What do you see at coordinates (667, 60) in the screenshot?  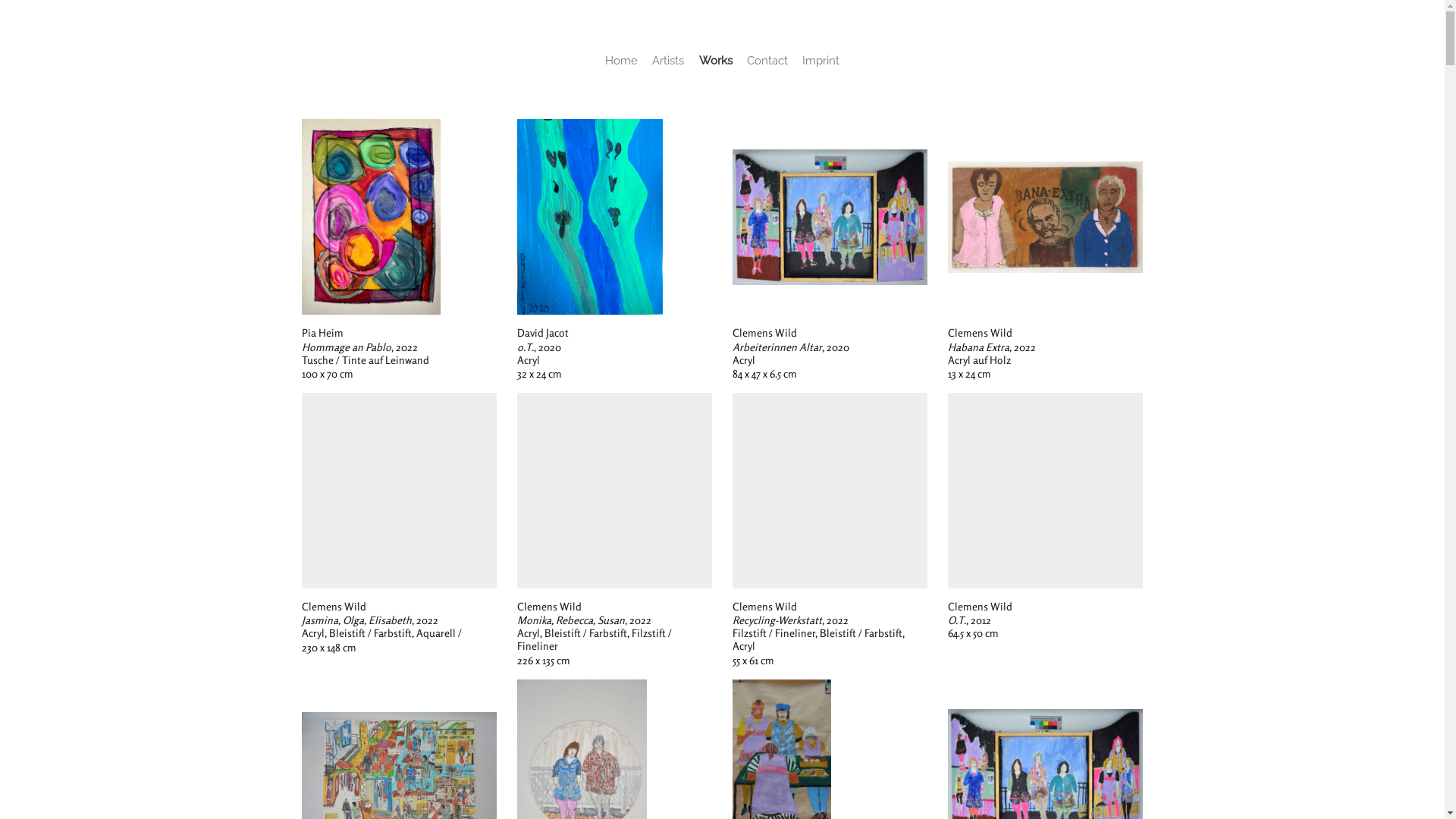 I see `'Artists'` at bounding box center [667, 60].